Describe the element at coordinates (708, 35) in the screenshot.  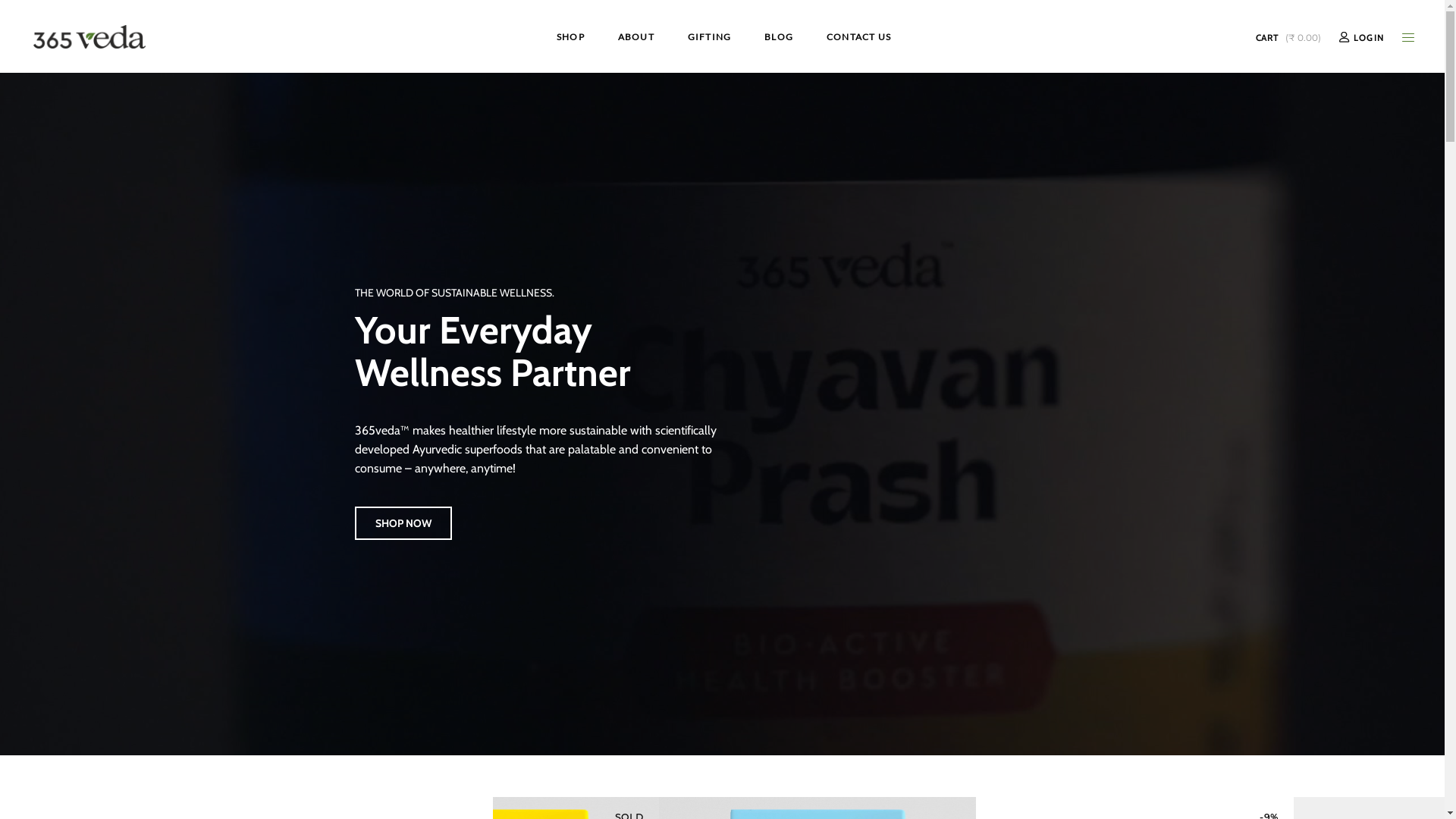
I see `'GIFTING'` at that location.